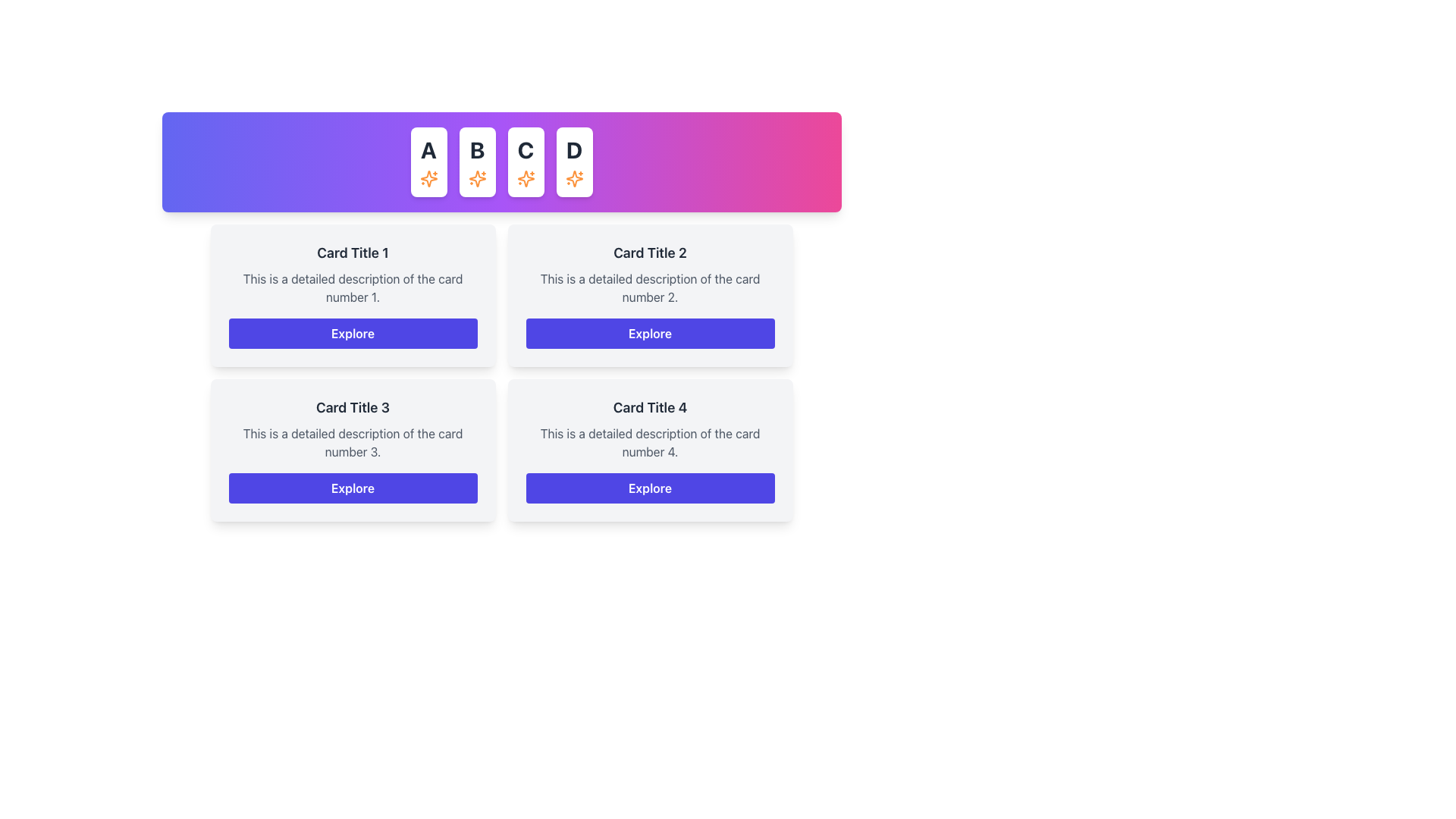 The width and height of the screenshot is (1456, 819). Describe the element at coordinates (573, 177) in the screenshot. I see `the decorative icon located in the top row of the fourth card under the letter 'D', which serves as an indicative functionality or category icon` at that location.